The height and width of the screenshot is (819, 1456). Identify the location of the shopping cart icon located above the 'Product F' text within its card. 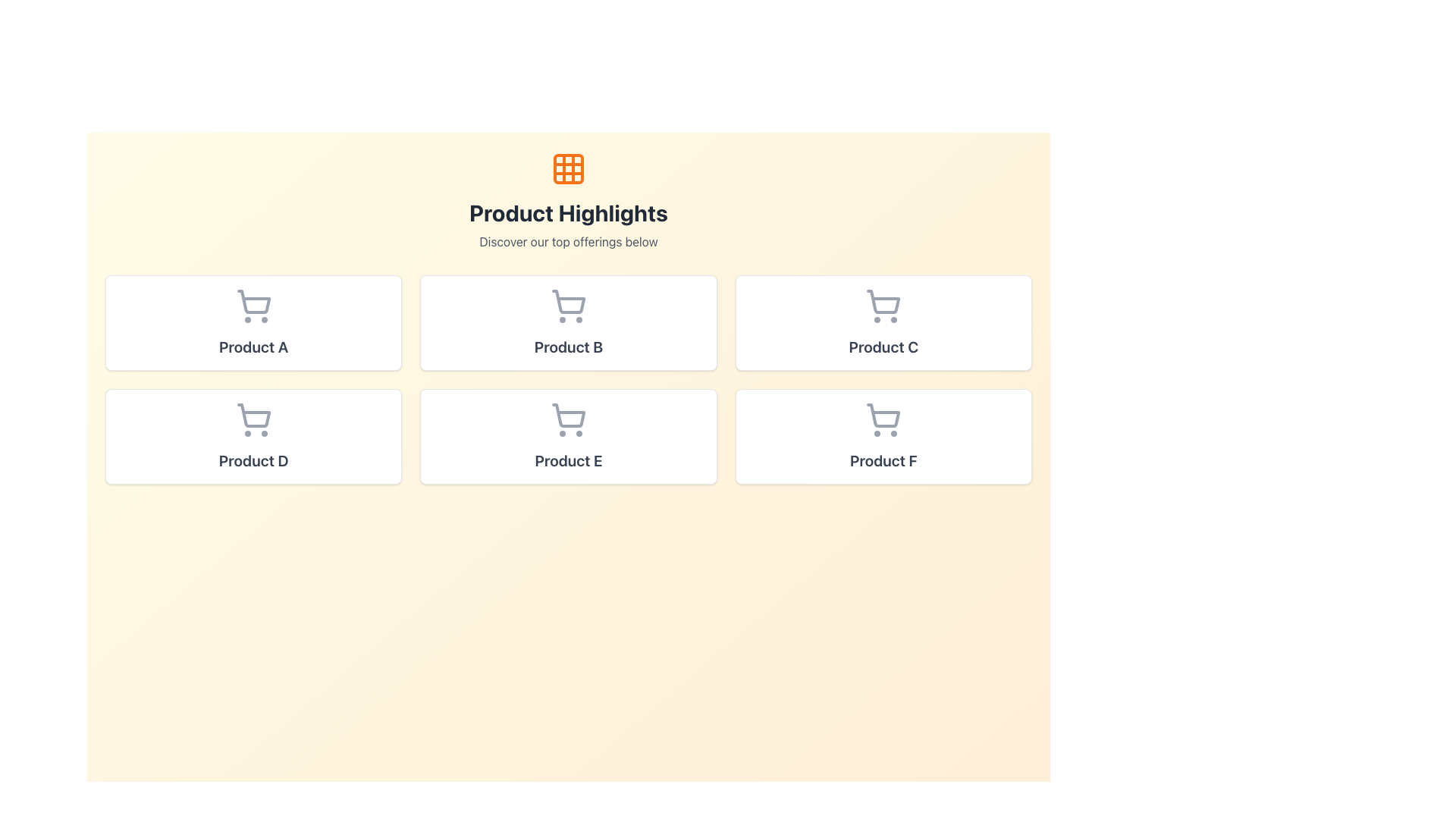
(883, 420).